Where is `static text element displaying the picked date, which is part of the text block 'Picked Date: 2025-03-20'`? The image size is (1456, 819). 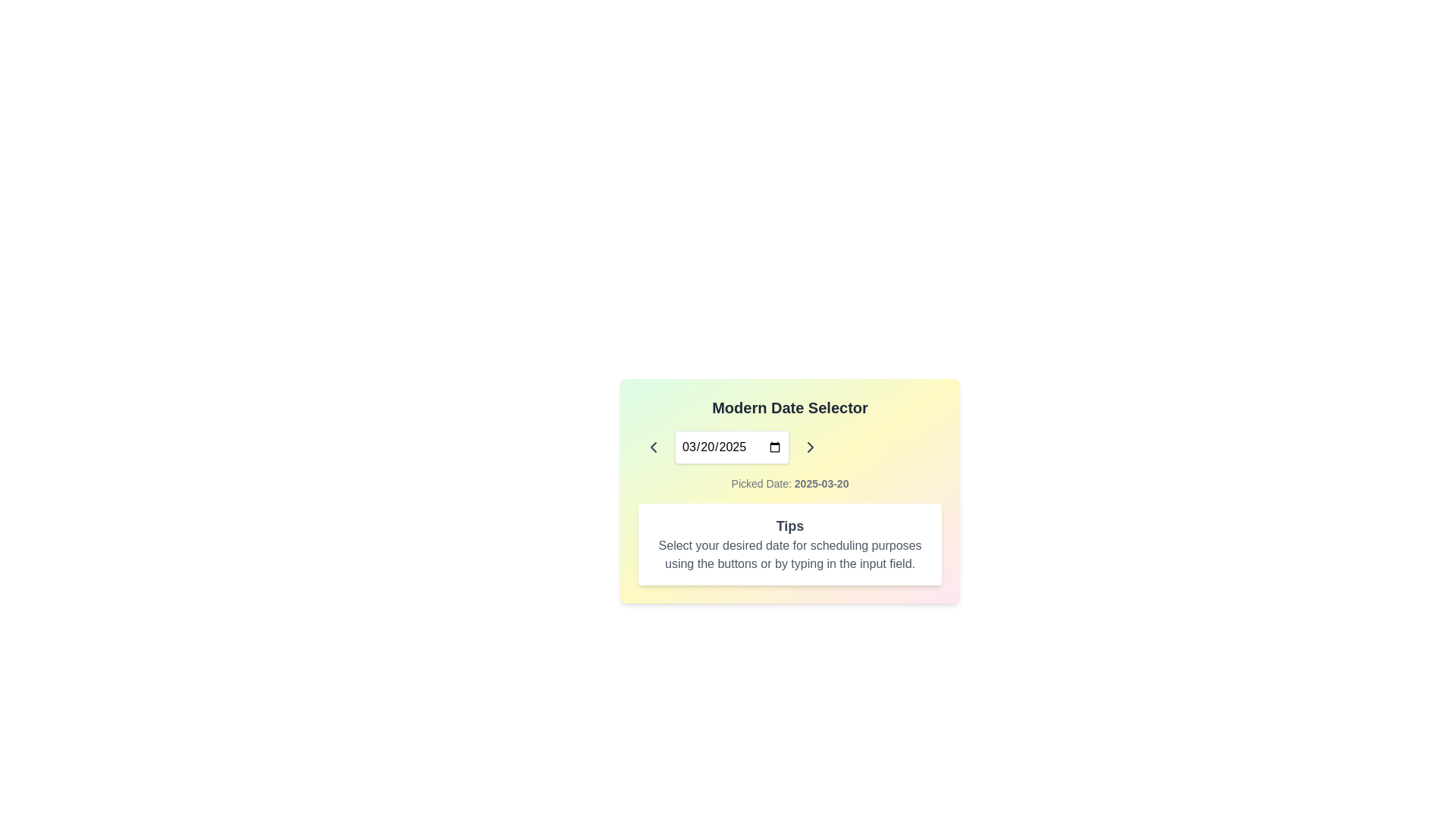
static text element displaying the picked date, which is part of the text block 'Picked Date: 2025-03-20' is located at coordinates (821, 483).